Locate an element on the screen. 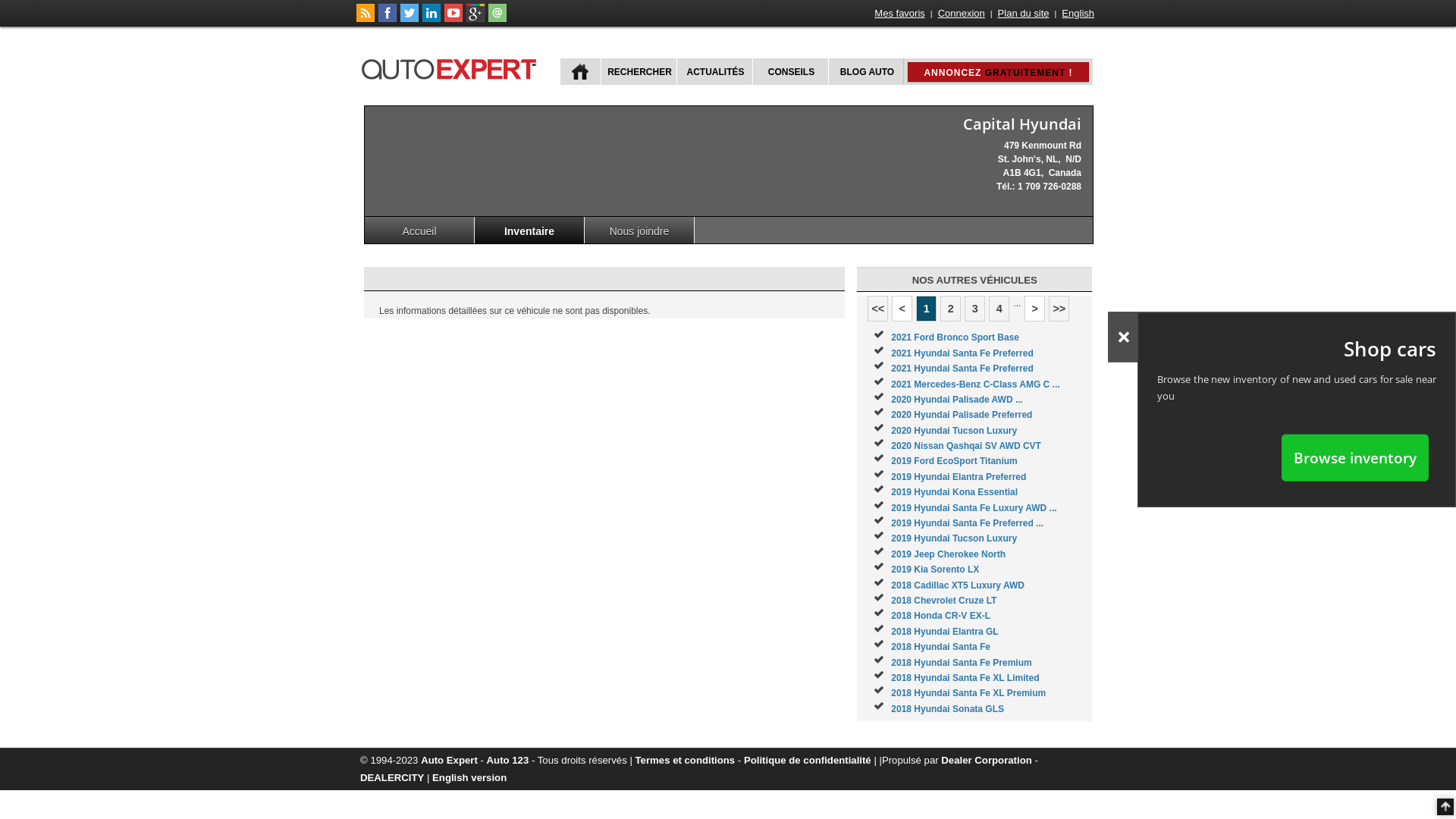 Image resolution: width=1456 pixels, height=819 pixels. '2018 Hyundai Elantra GL' is located at coordinates (891, 632).